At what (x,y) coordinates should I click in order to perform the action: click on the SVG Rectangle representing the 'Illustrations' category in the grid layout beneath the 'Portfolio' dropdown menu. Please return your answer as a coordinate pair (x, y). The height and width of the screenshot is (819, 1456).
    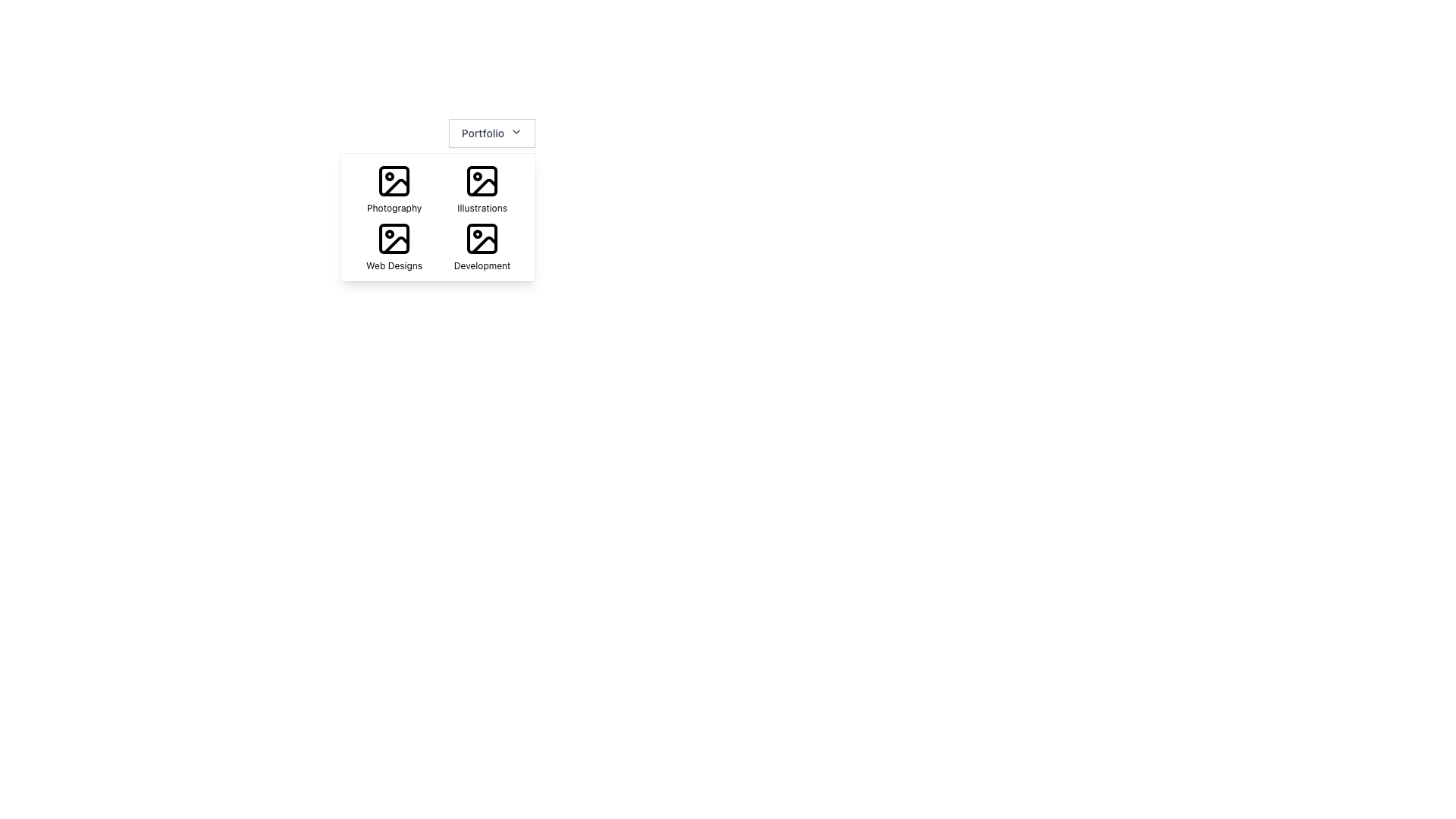
    Looking at the image, I should click on (482, 180).